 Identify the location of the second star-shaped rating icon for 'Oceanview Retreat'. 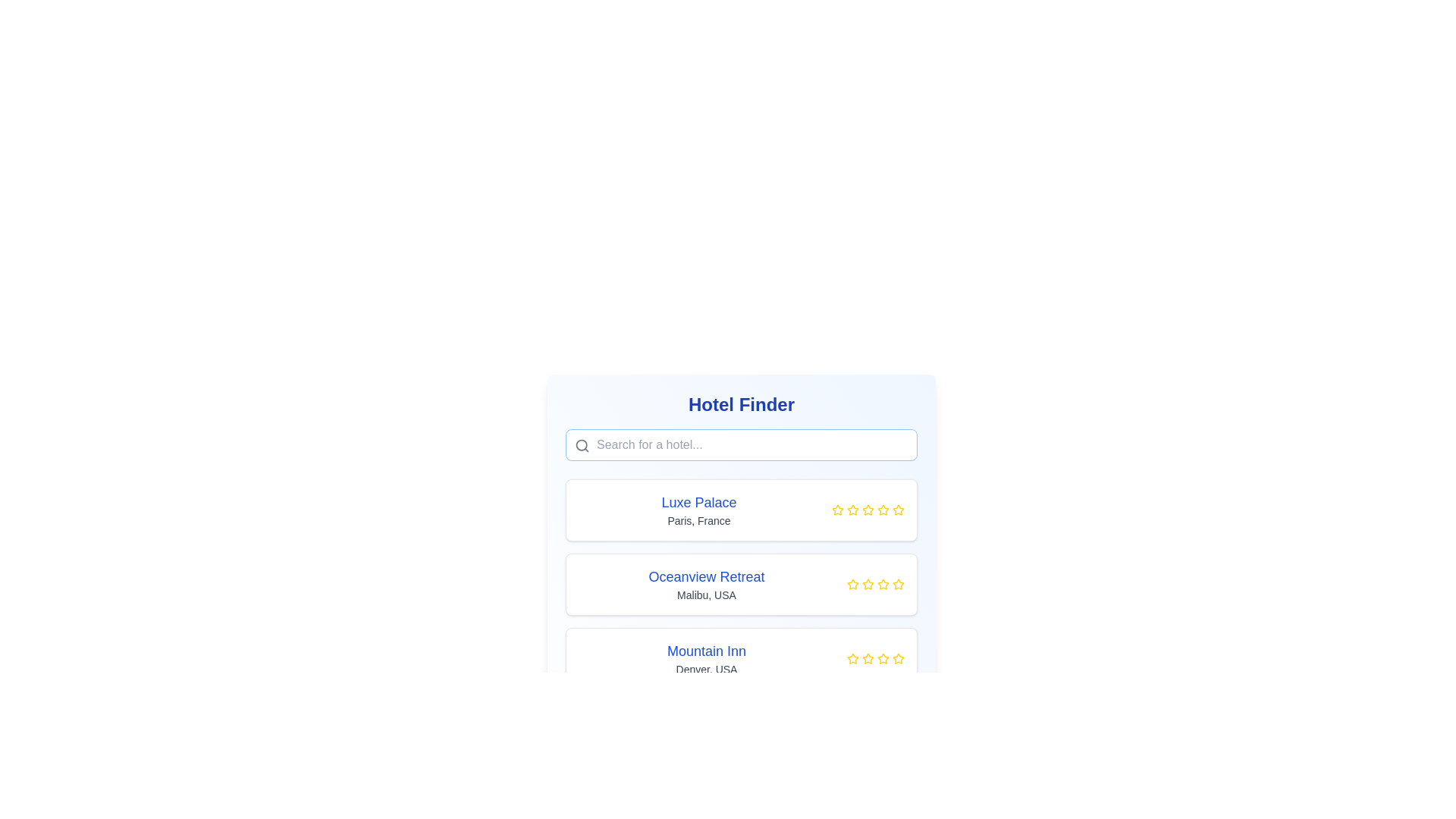
(868, 583).